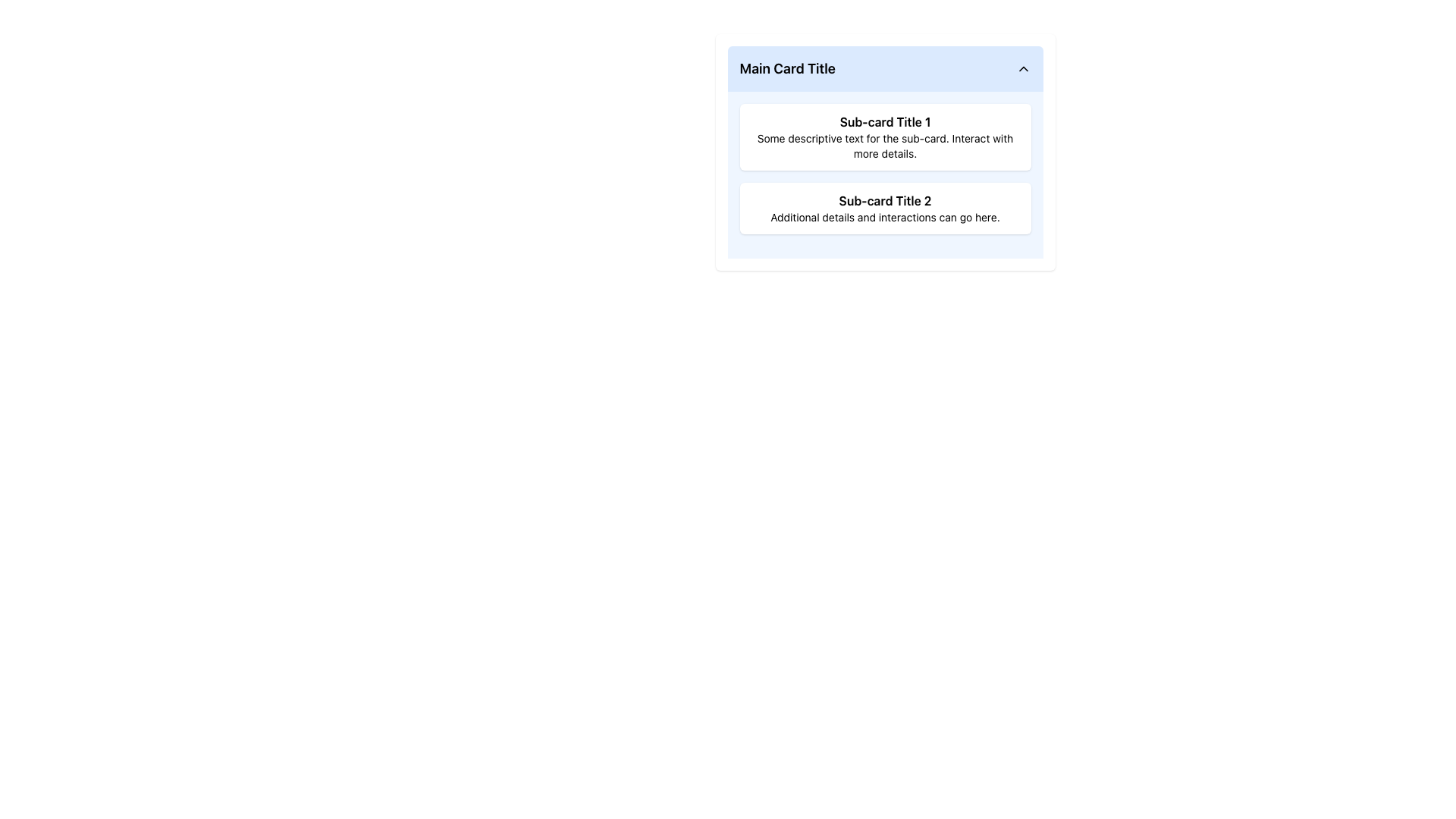 This screenshot has height=819, width=1456. What do you see at coordinates (787, 69) in the screenshot?
I see `text content of the bold text label displaying 'Main Card Title' on a blue background located in the upper section of a card layout` at bounding box center [787, 69].